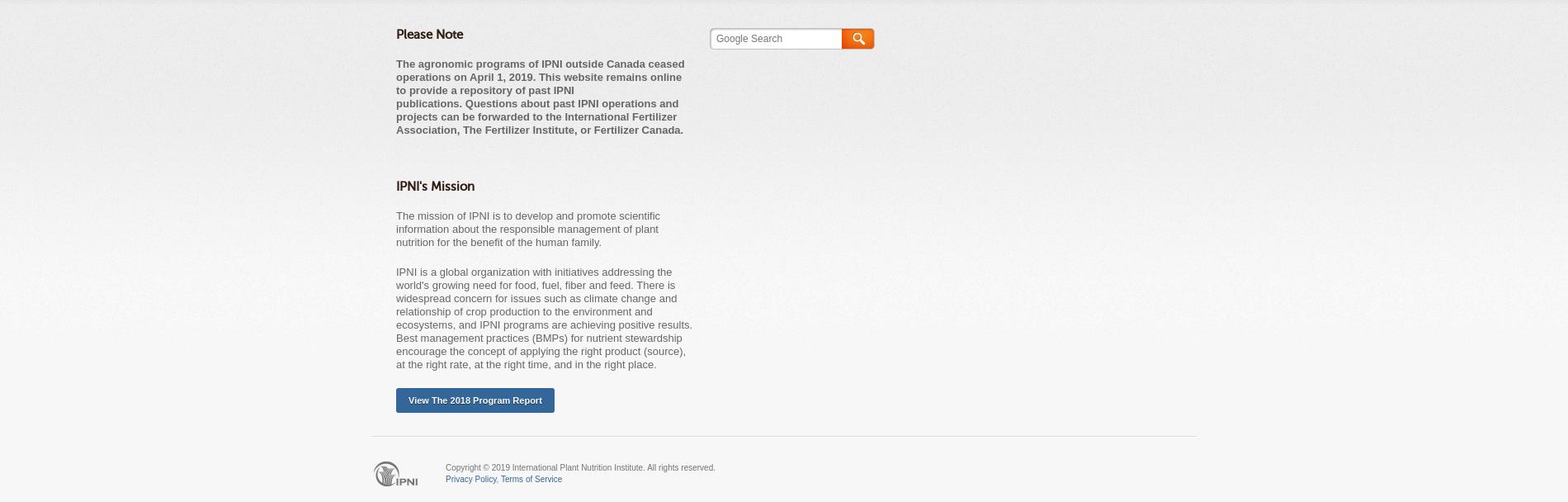 The height and width of the screenshot is (502, 1568). Describe the element at coordinates (498, 478) in the screenshot. I see `','` at that location.